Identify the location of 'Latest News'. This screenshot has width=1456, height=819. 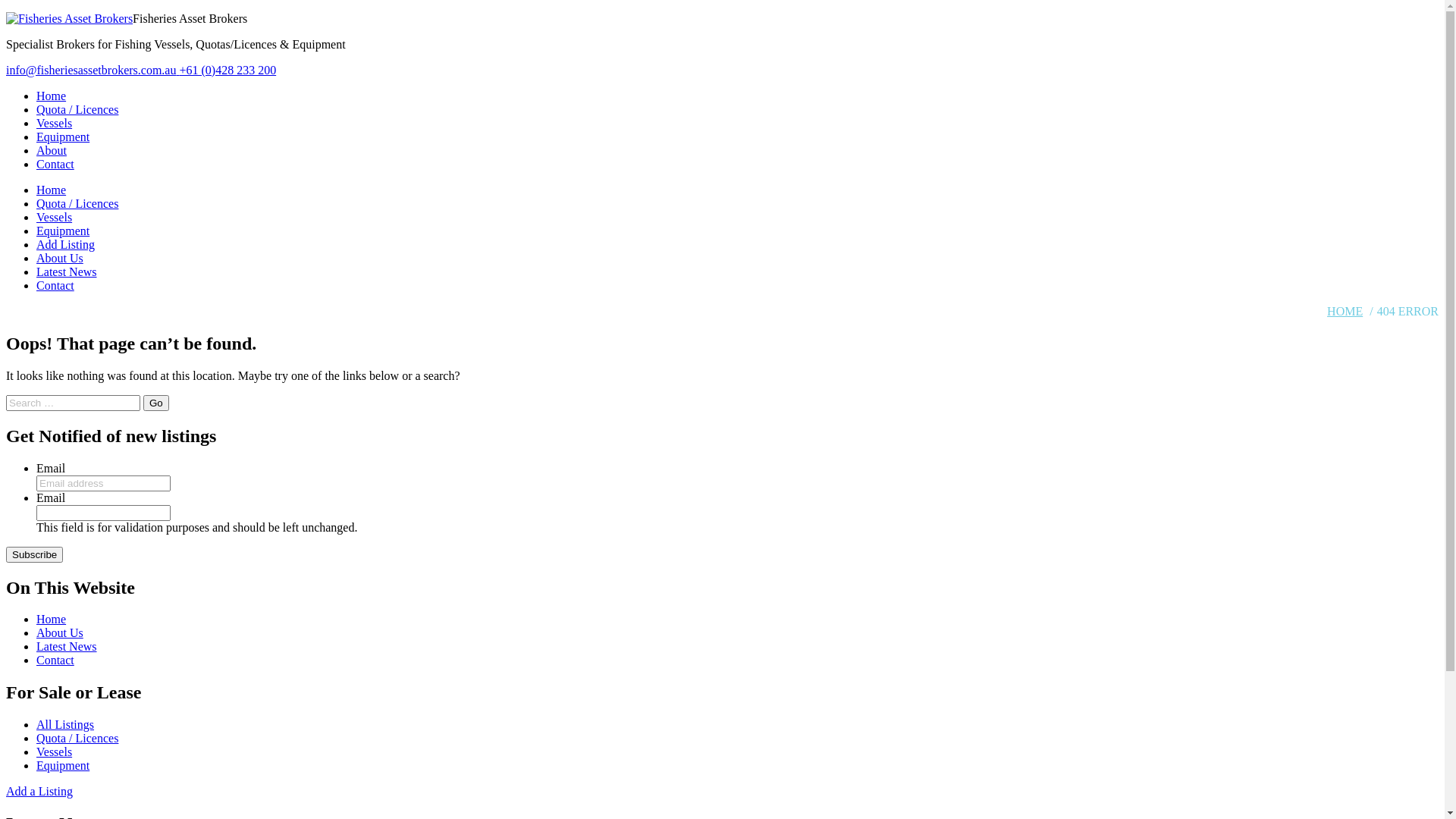
(65, 271).